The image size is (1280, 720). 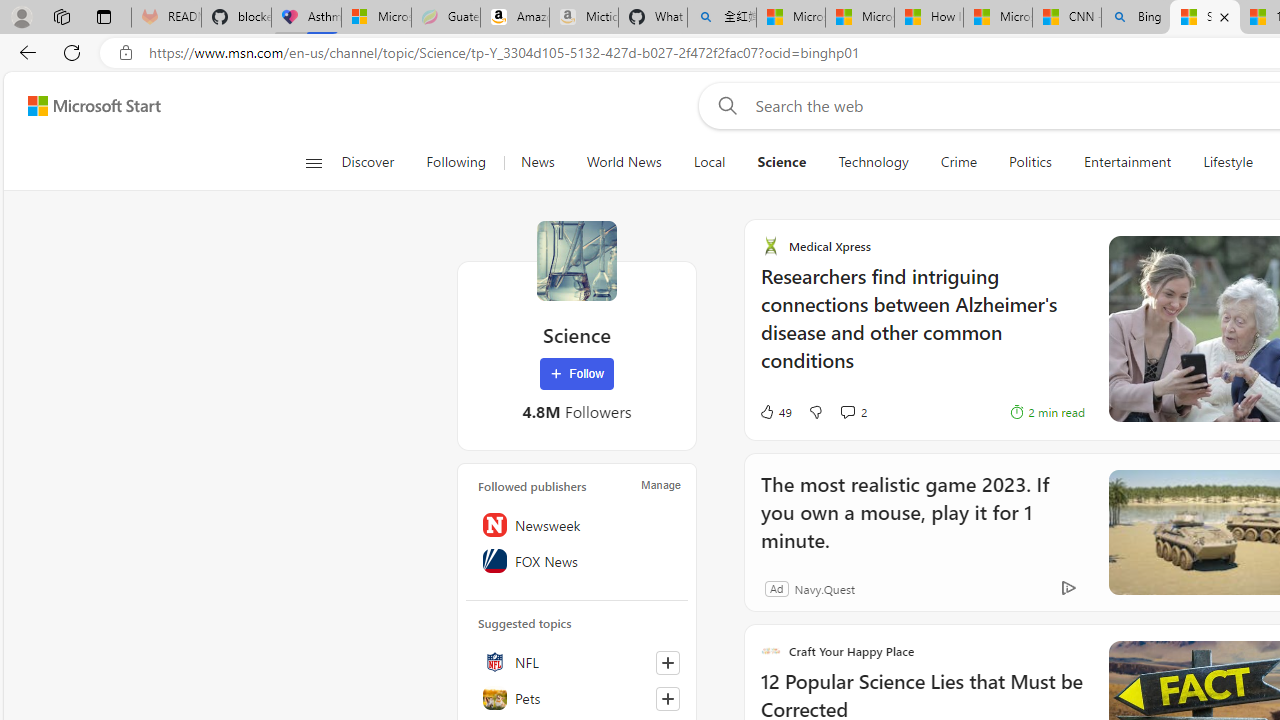 I want to click on '49 Like', so click(x=752, y=411).